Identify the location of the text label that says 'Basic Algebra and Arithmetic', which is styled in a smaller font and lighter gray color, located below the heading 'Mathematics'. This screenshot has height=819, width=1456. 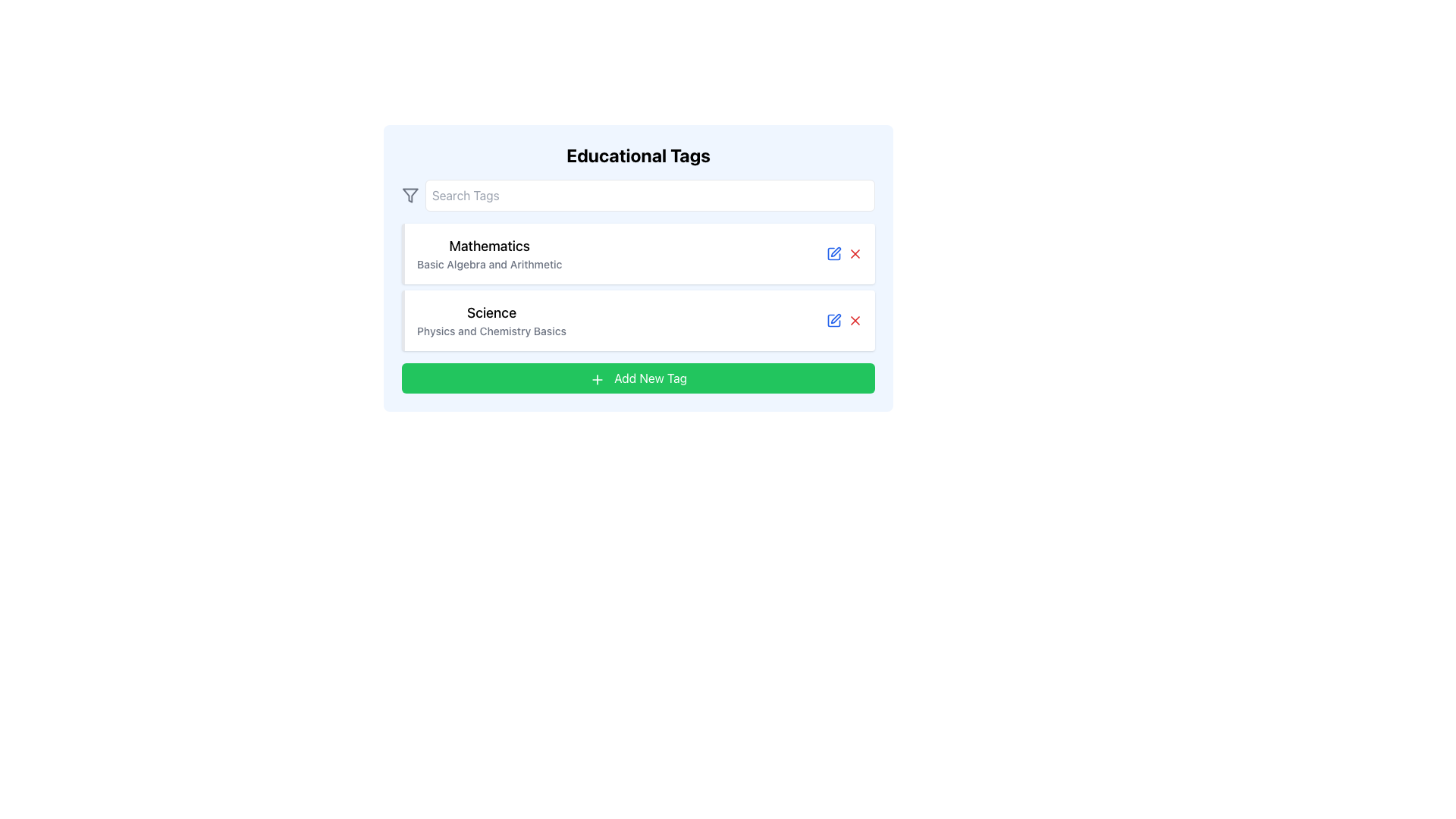
(489, 263).